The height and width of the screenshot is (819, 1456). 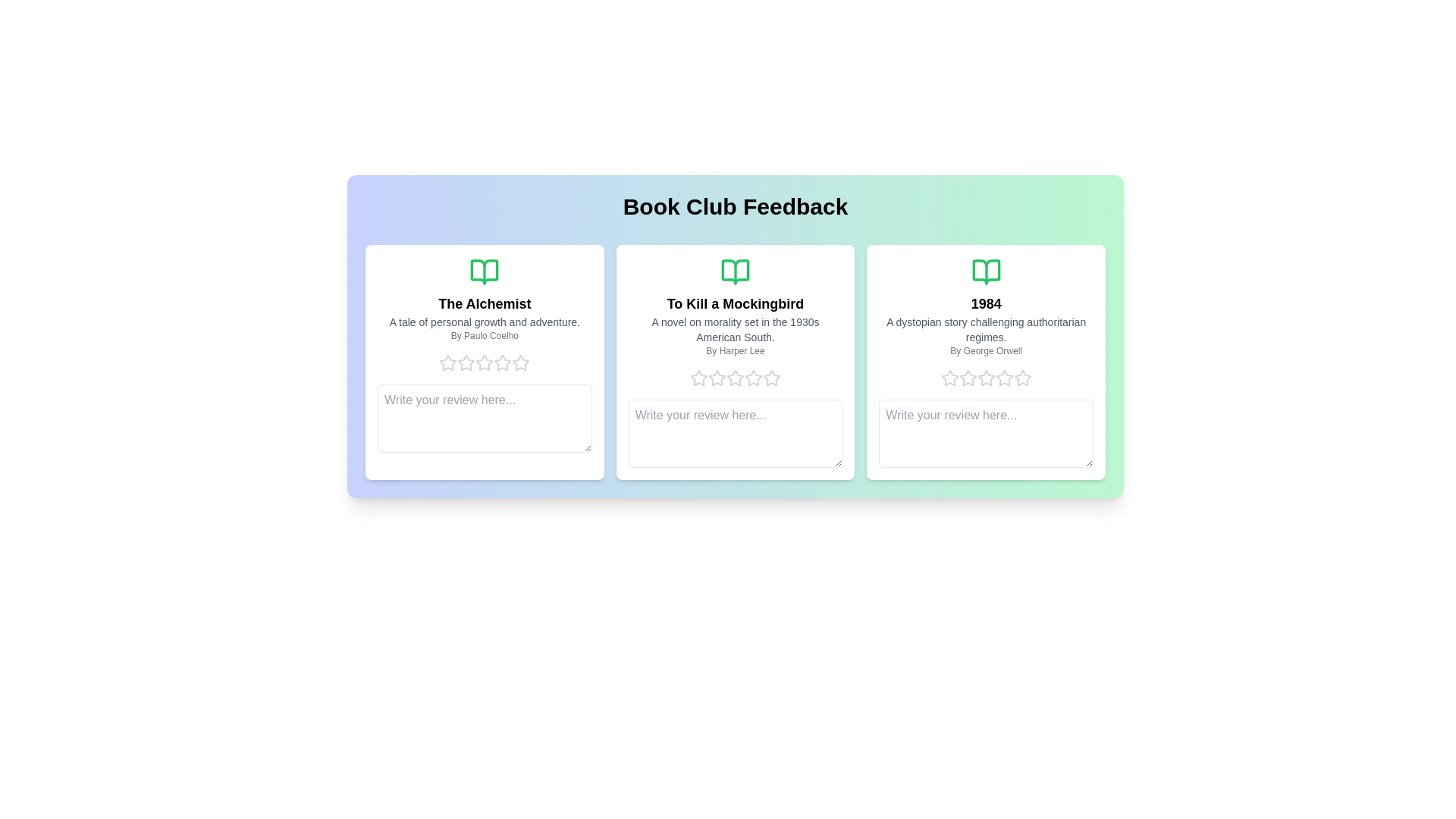 I want to click on the second star rating icon for 'To Kill a Mockingbird', so click(x=698, y=377).